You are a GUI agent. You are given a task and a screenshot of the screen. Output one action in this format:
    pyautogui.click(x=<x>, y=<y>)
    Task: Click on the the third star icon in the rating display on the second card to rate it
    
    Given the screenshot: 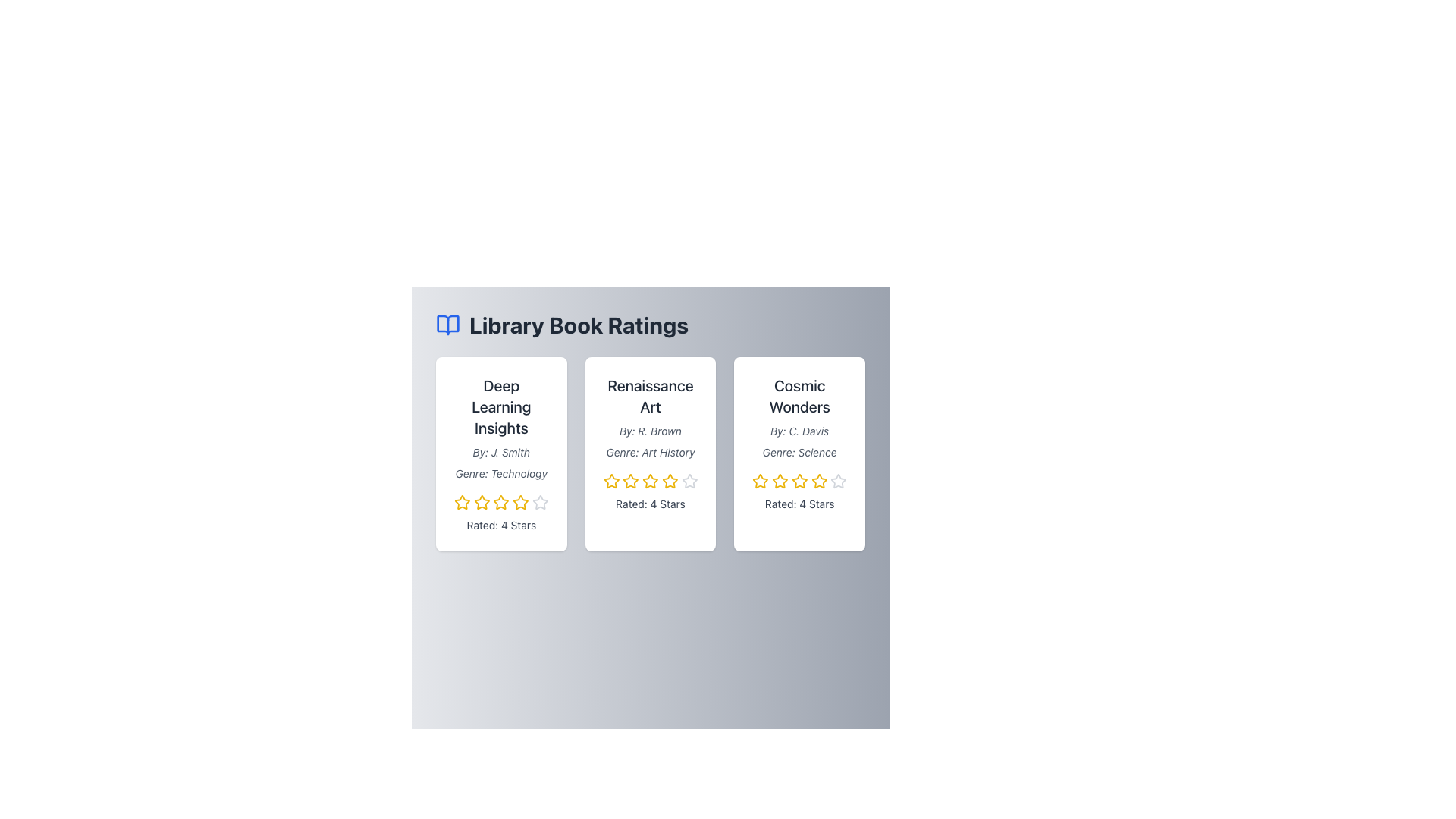 What is the action you would take?
    pyautogui.click(x=651, y=481)
    